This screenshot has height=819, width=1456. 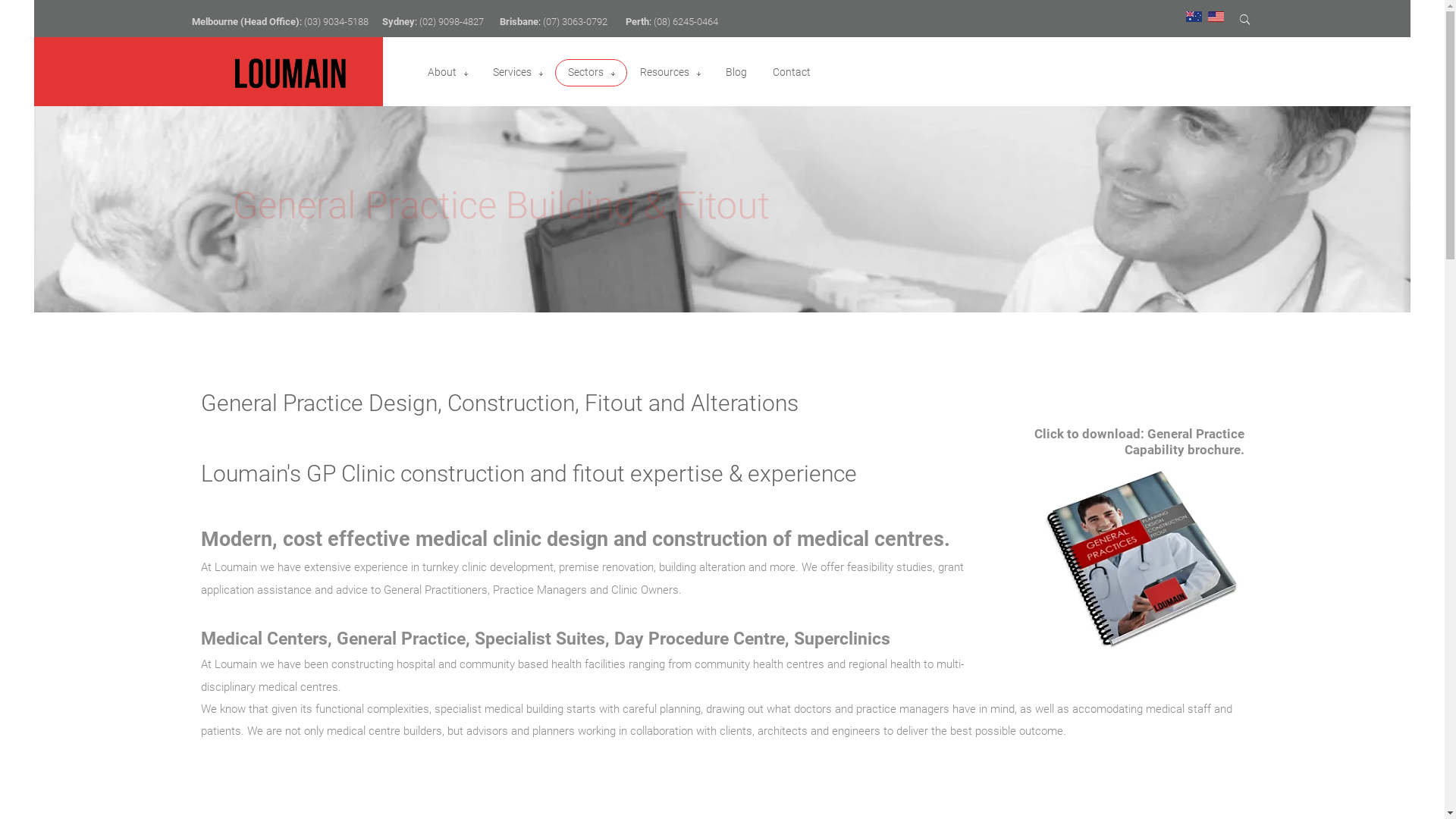 What do you see at coordinates (640, 72) in the screenshot?
I see `'Resources'` at bounding box center [640, 72].